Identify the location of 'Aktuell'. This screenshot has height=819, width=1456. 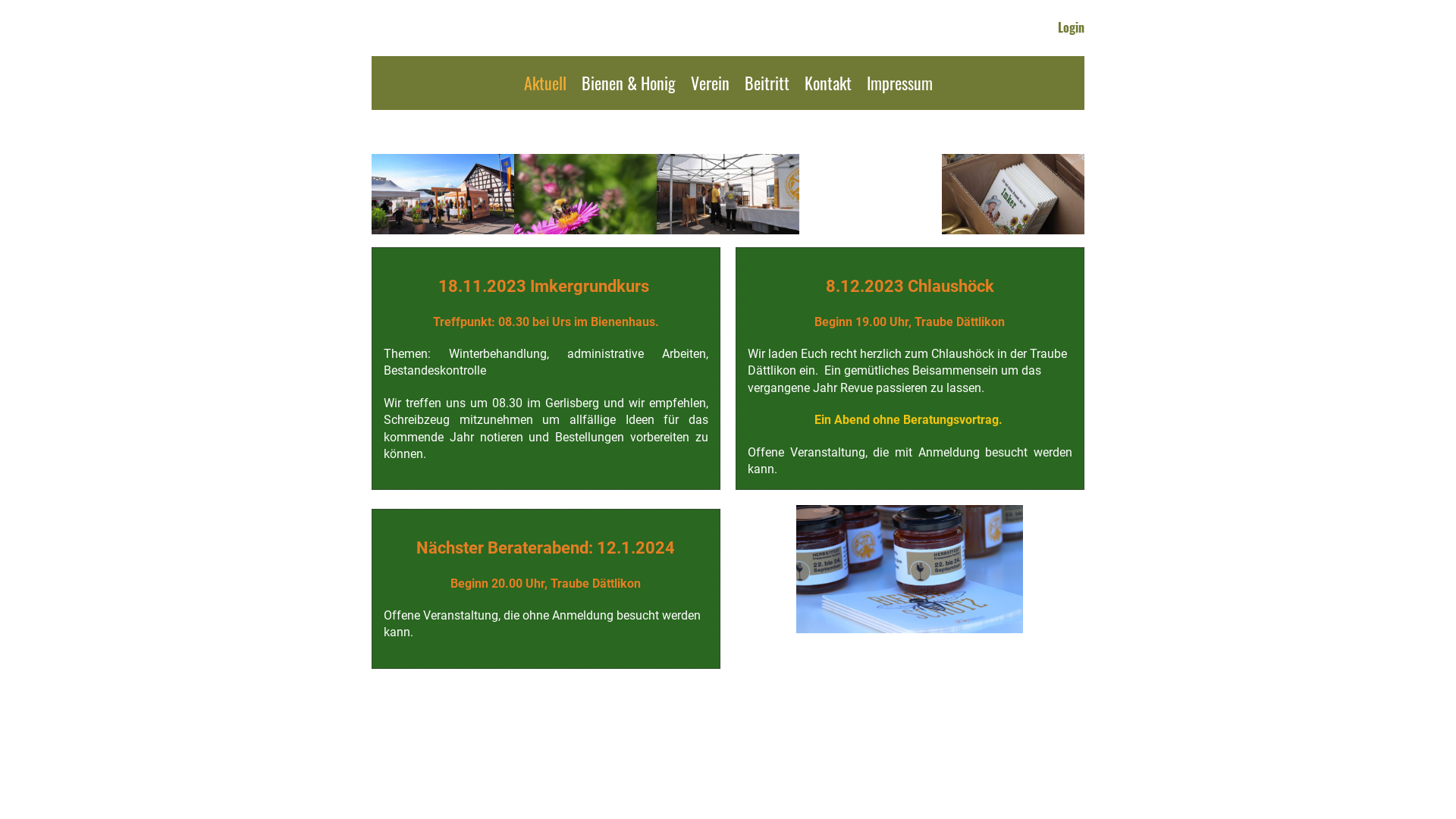
(544, 83).